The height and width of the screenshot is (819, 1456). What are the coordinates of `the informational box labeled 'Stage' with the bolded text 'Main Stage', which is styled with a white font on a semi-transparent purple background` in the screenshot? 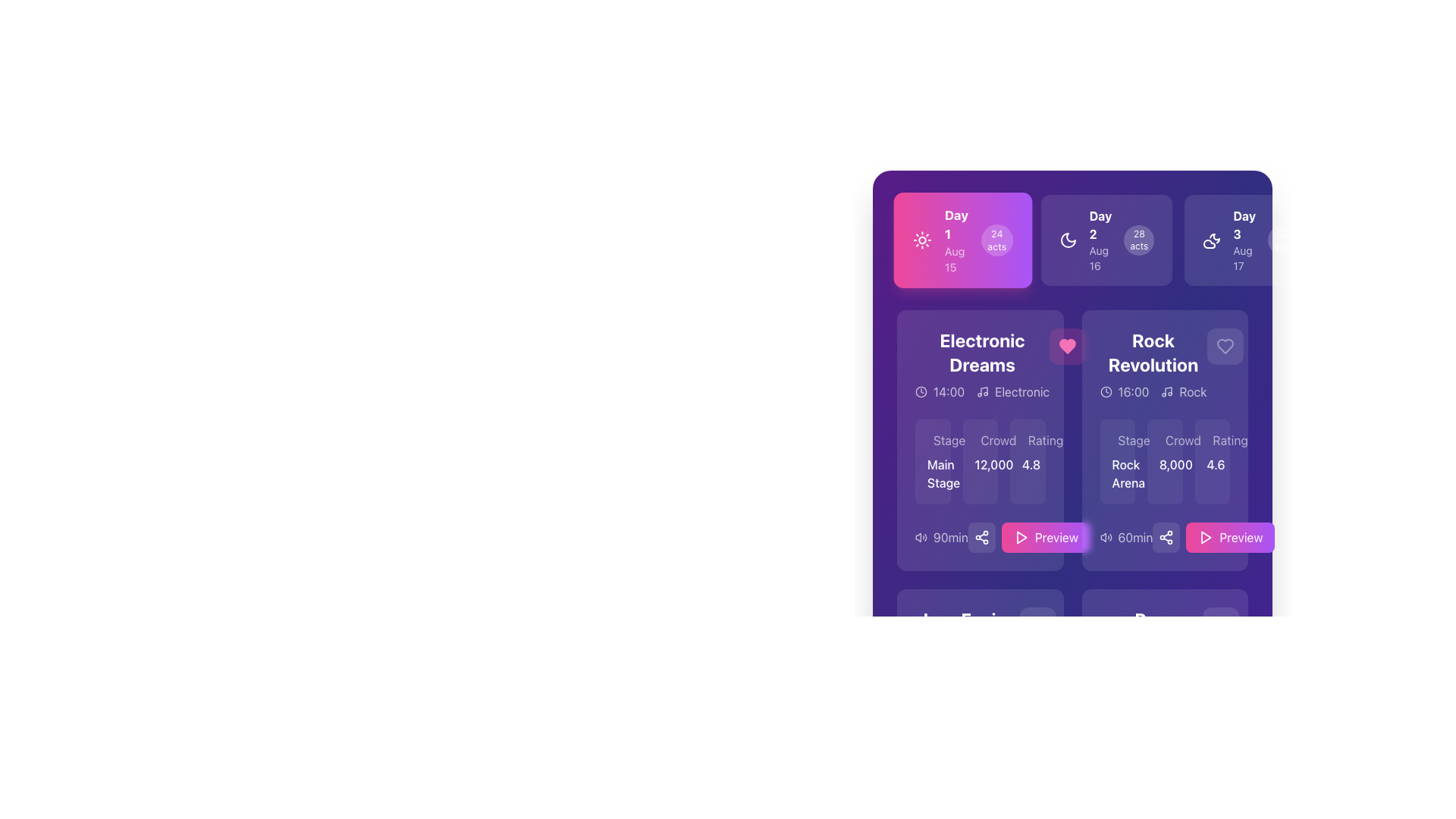 It's located at (932, 461).